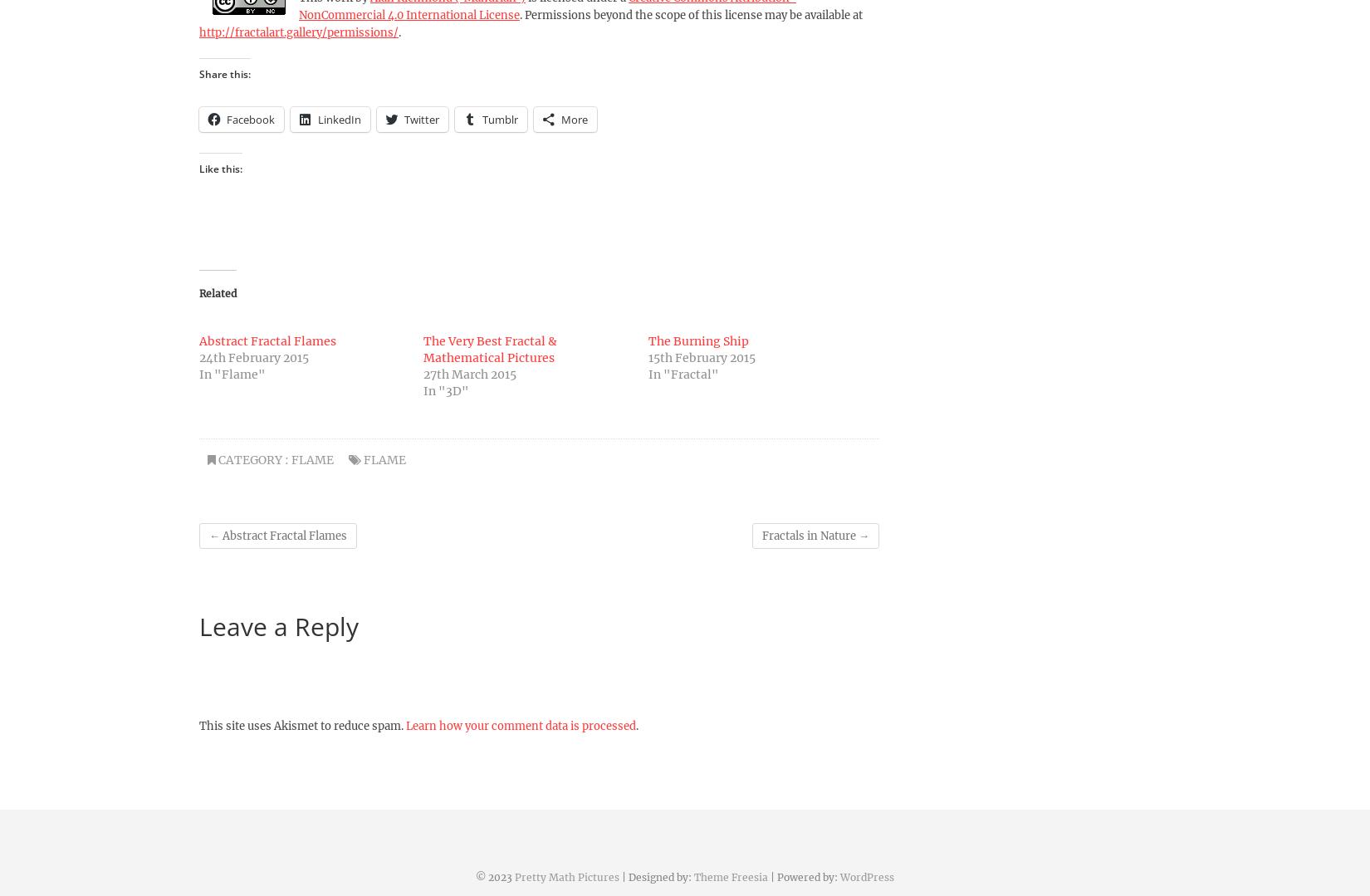 This screenshot has height=896, width=1370. Describe the element at coordinates (421, 119) in the screenshot. I see `'Twitter'` at that location.